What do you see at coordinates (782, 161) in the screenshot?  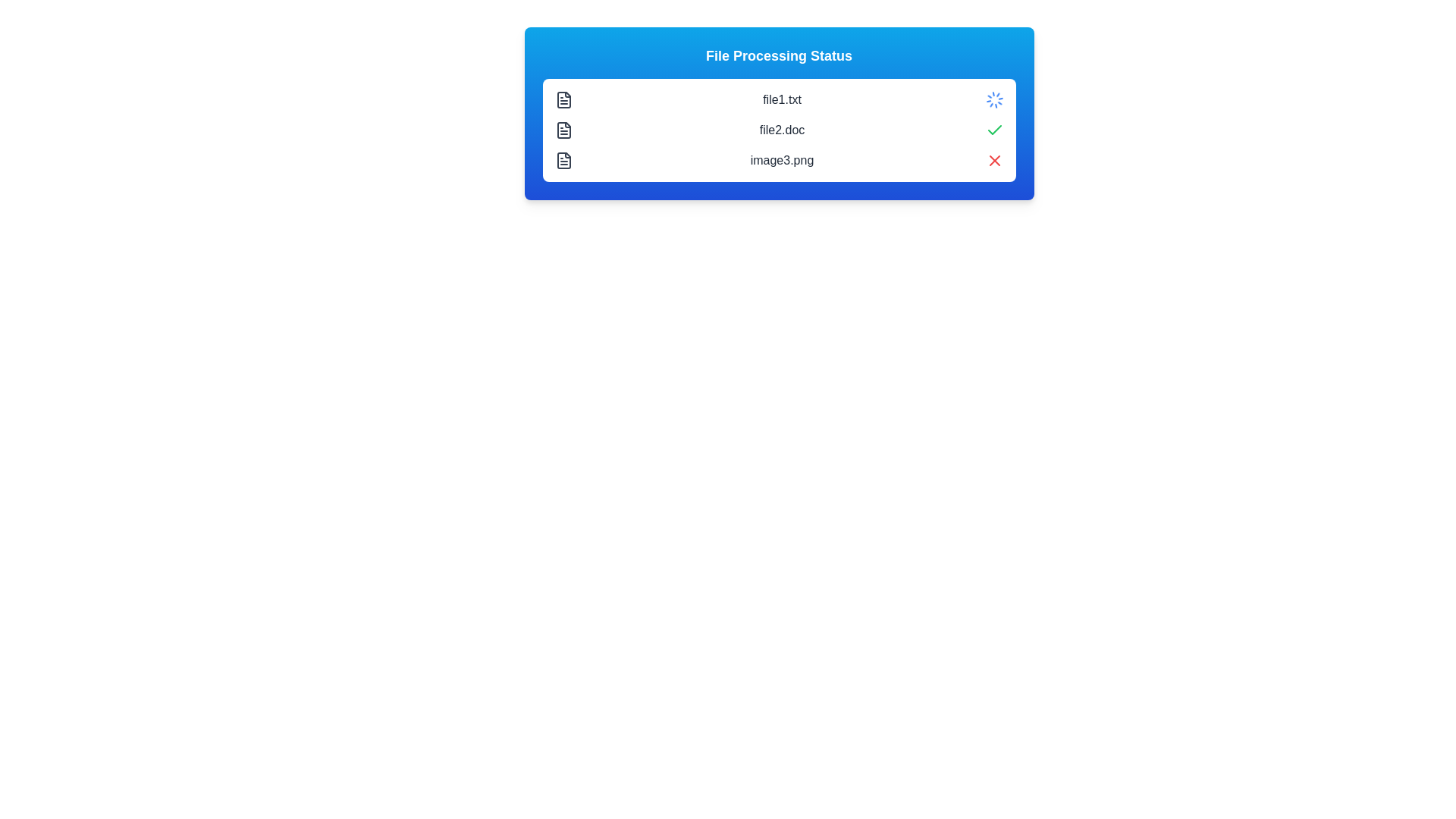 I see `the static text label displaying 'image3.png' styled in gray, positioned between an icon on the left and a red 'X' icon on the right` at bounding box center [782, 161].